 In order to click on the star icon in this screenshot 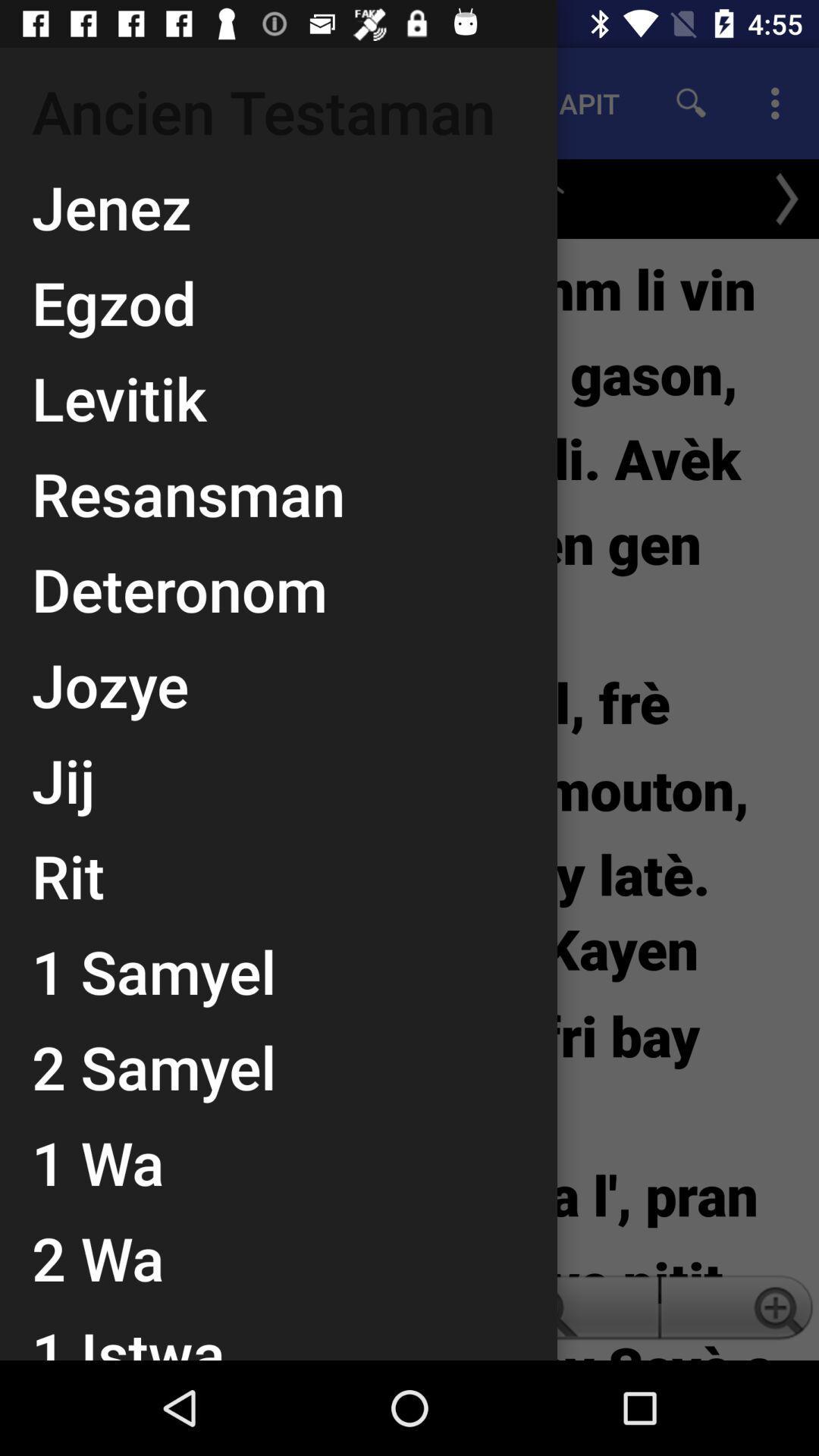, I will do `click(534, 190)`.